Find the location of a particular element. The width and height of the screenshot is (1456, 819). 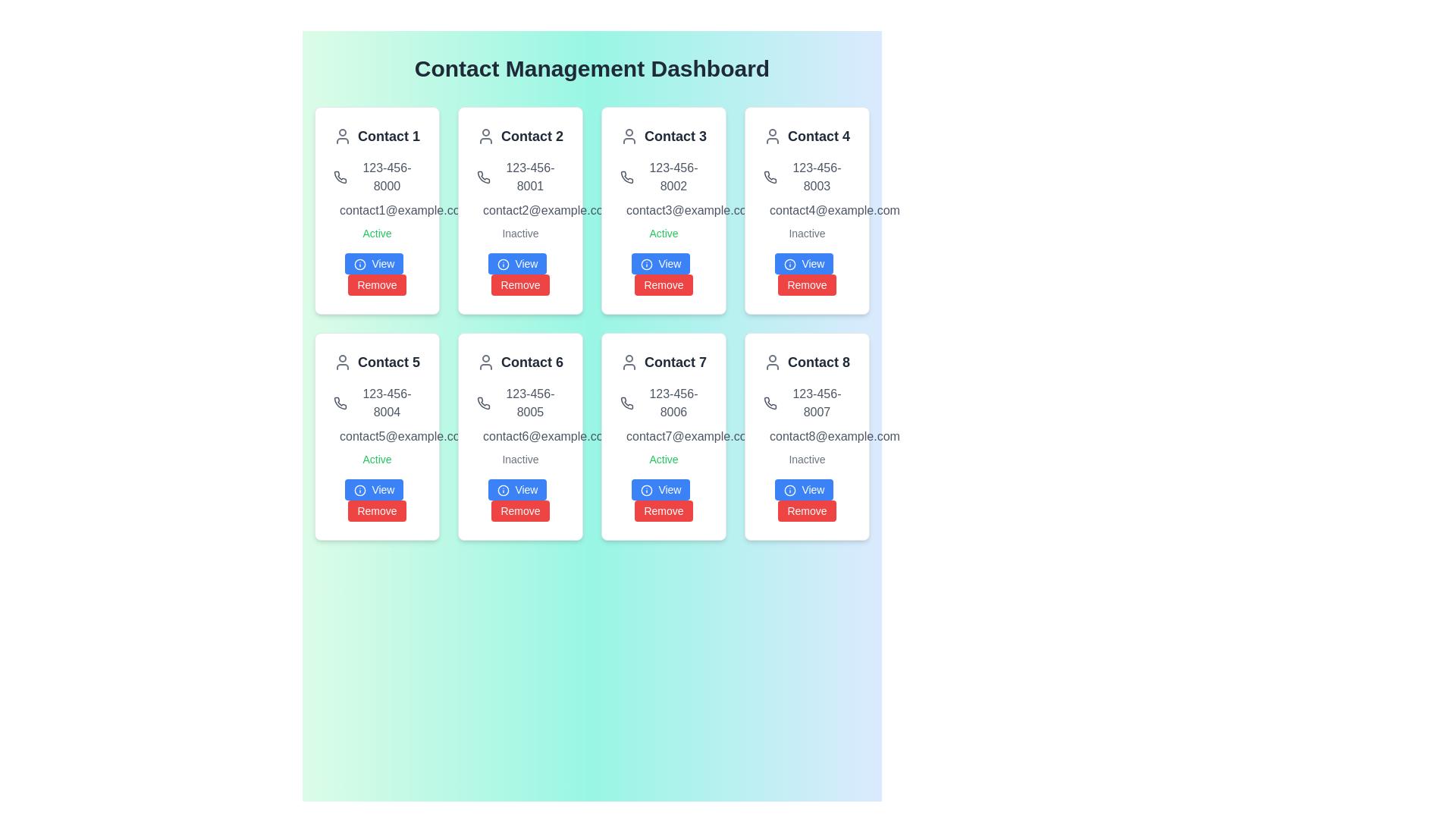

the 'Remove' button with a red background and white text located in the bottom-right corner of the 'Contact 4' card is located at coordinates (806, 275).